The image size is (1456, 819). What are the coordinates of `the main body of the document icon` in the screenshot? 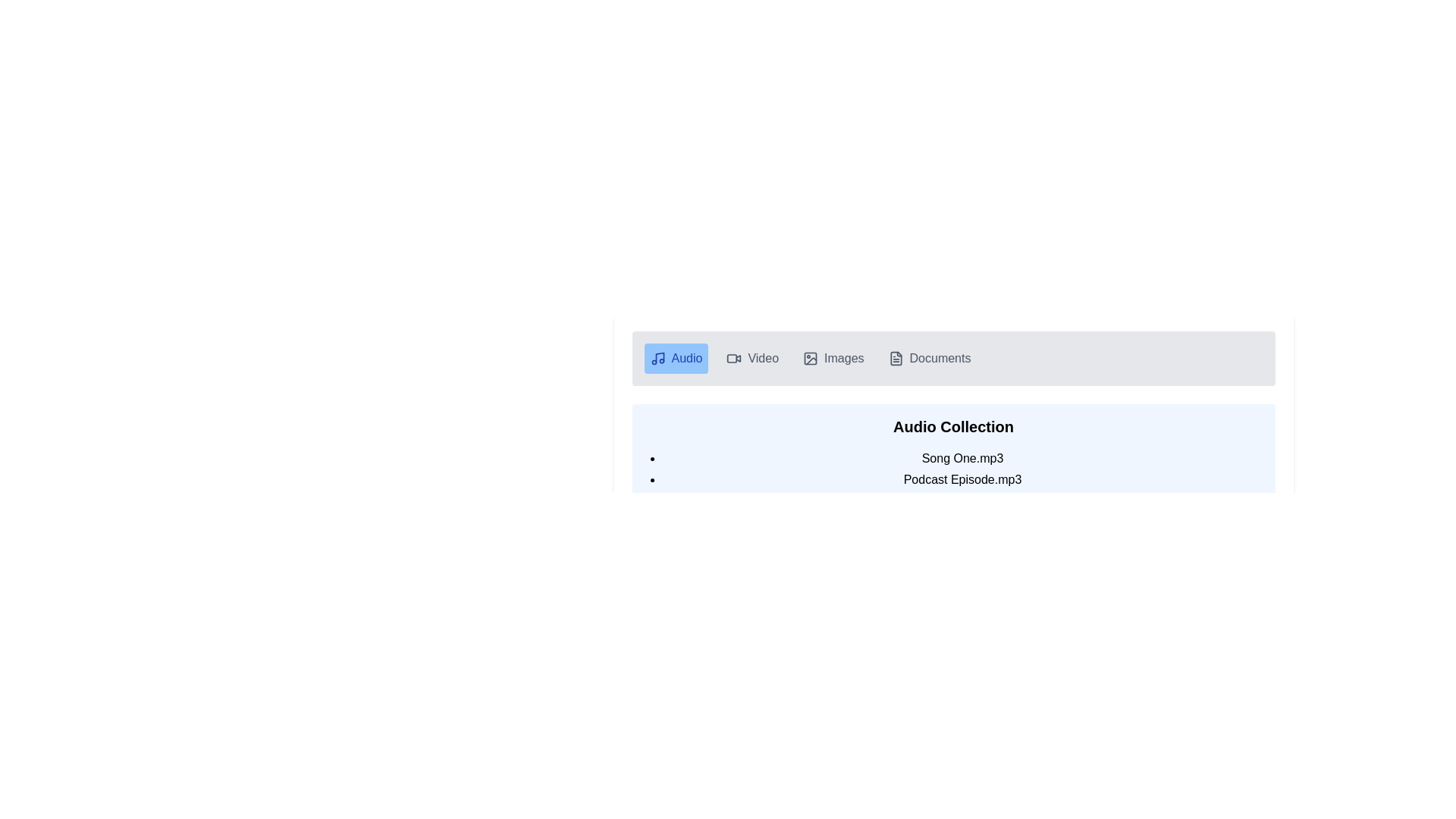 It's located at (896, 359).